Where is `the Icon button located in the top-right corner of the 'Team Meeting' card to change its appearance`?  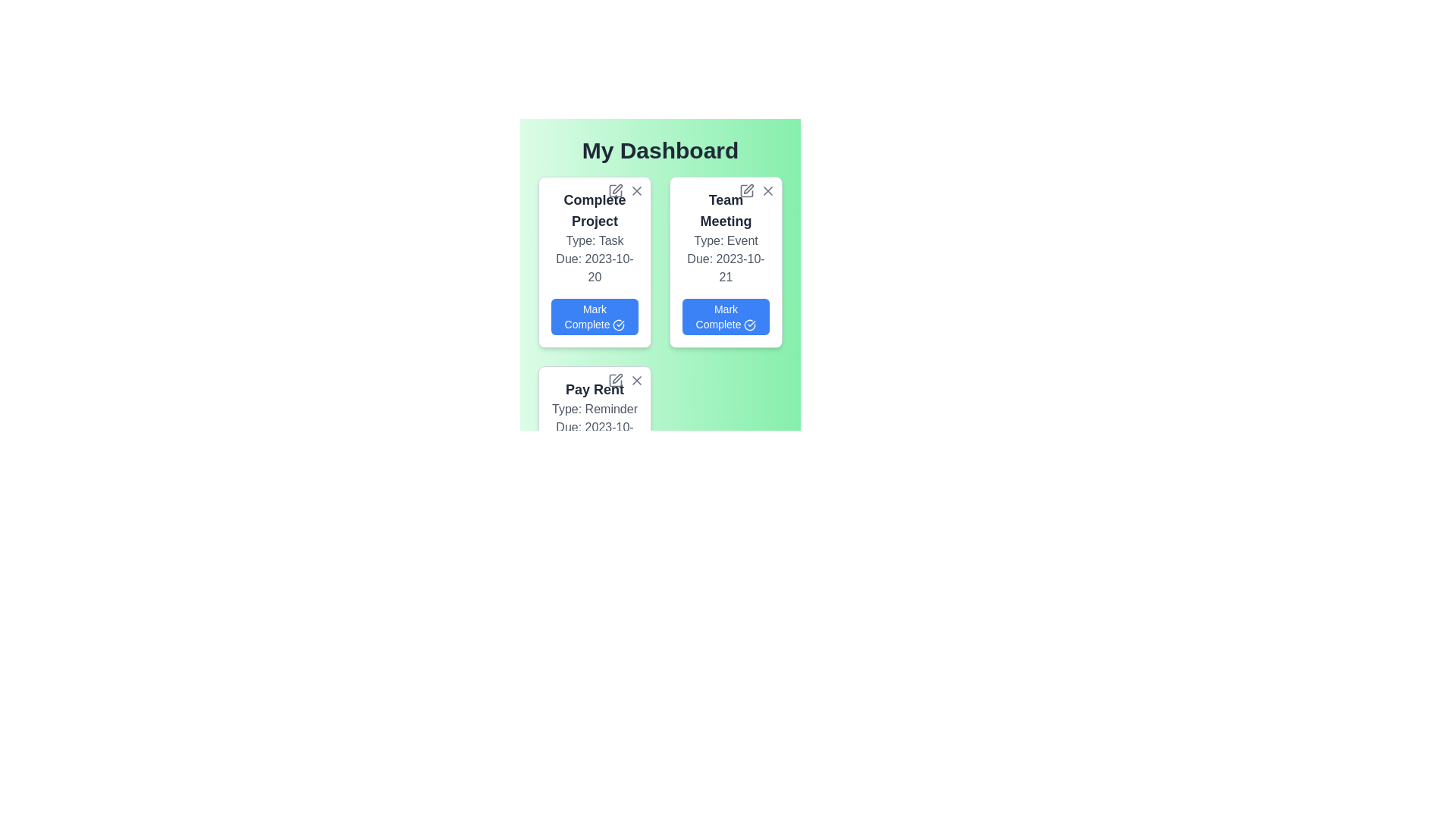 the Icon button located in the top-right corner of the 'Team Meeting' card to change its appearance is located at coordinates (767, 190).